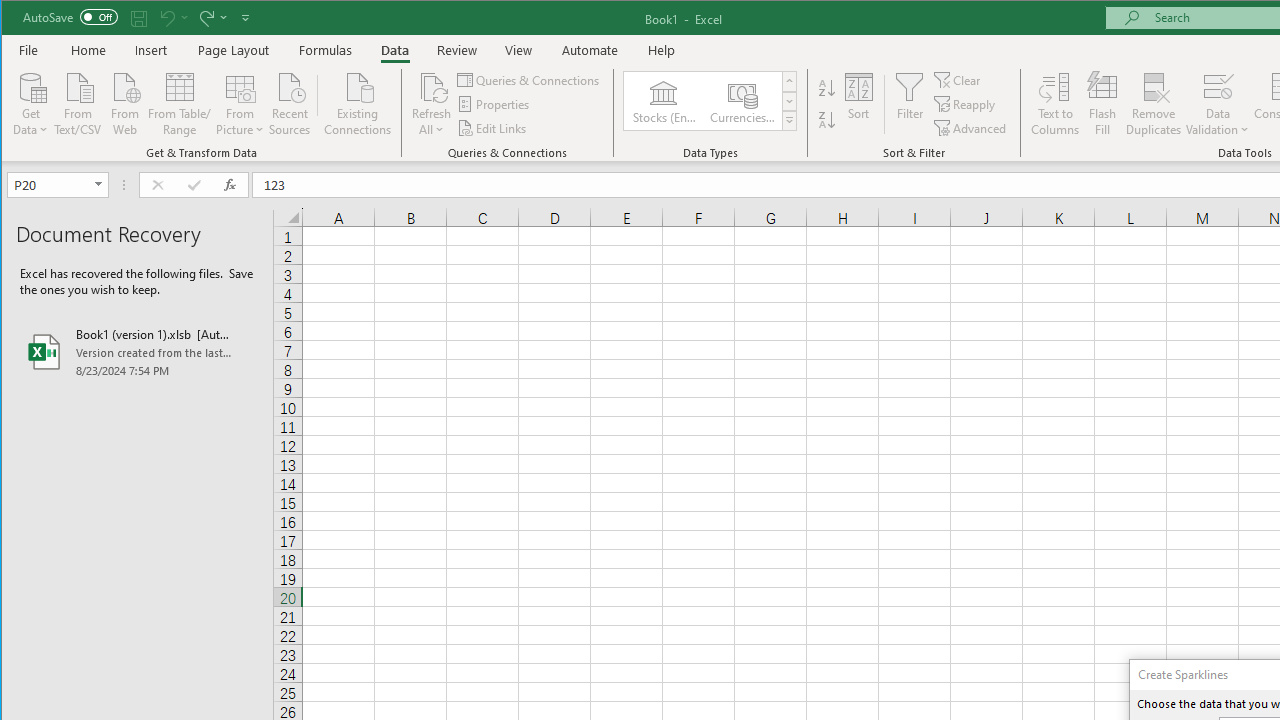 The image size is (1280, 720). What do you see at coordinates (179, 102) in the screenshot?
I see `'From Table/Range'` at bounding box center [179, 102].